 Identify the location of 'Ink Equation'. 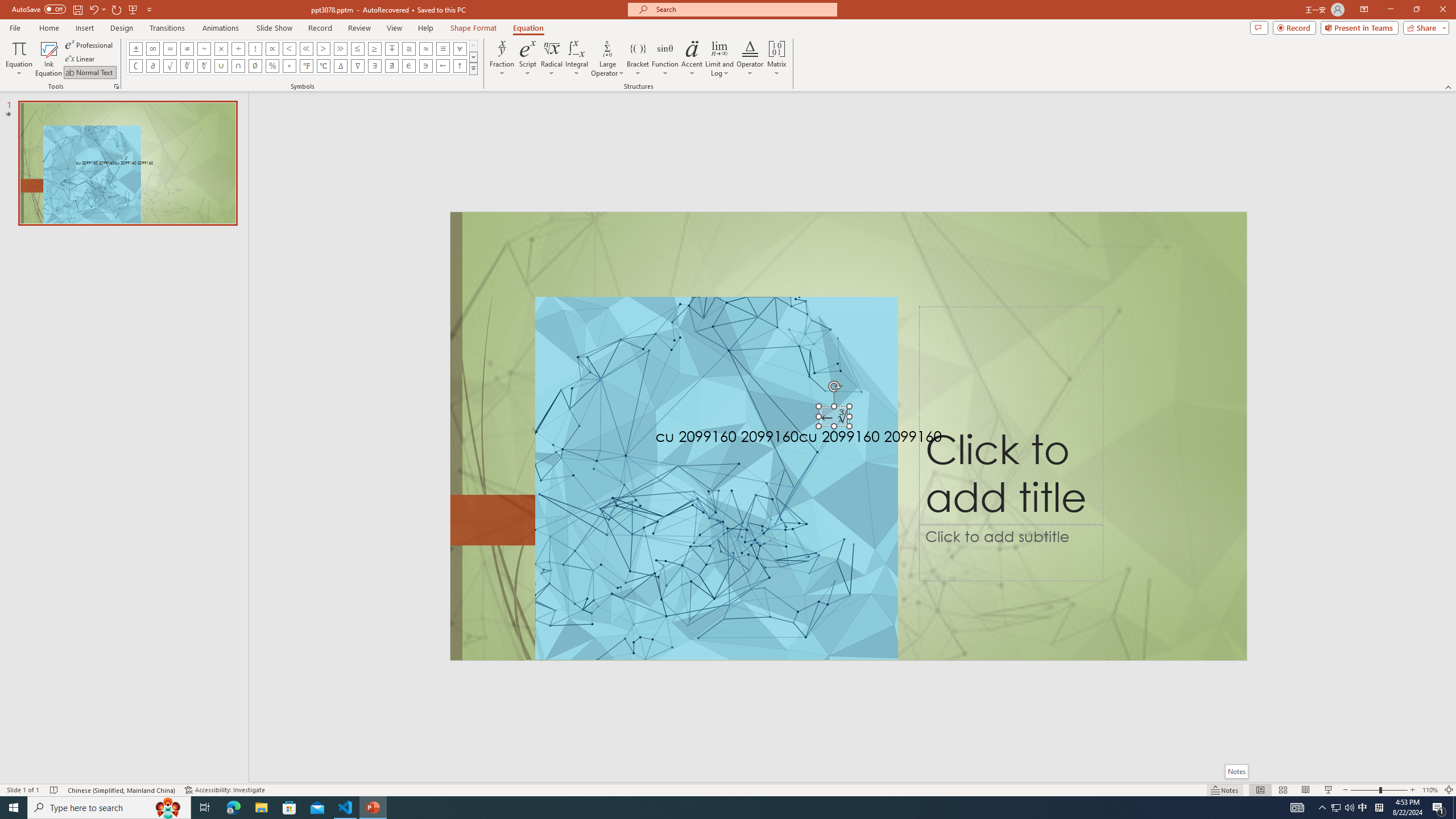
(48, 59).